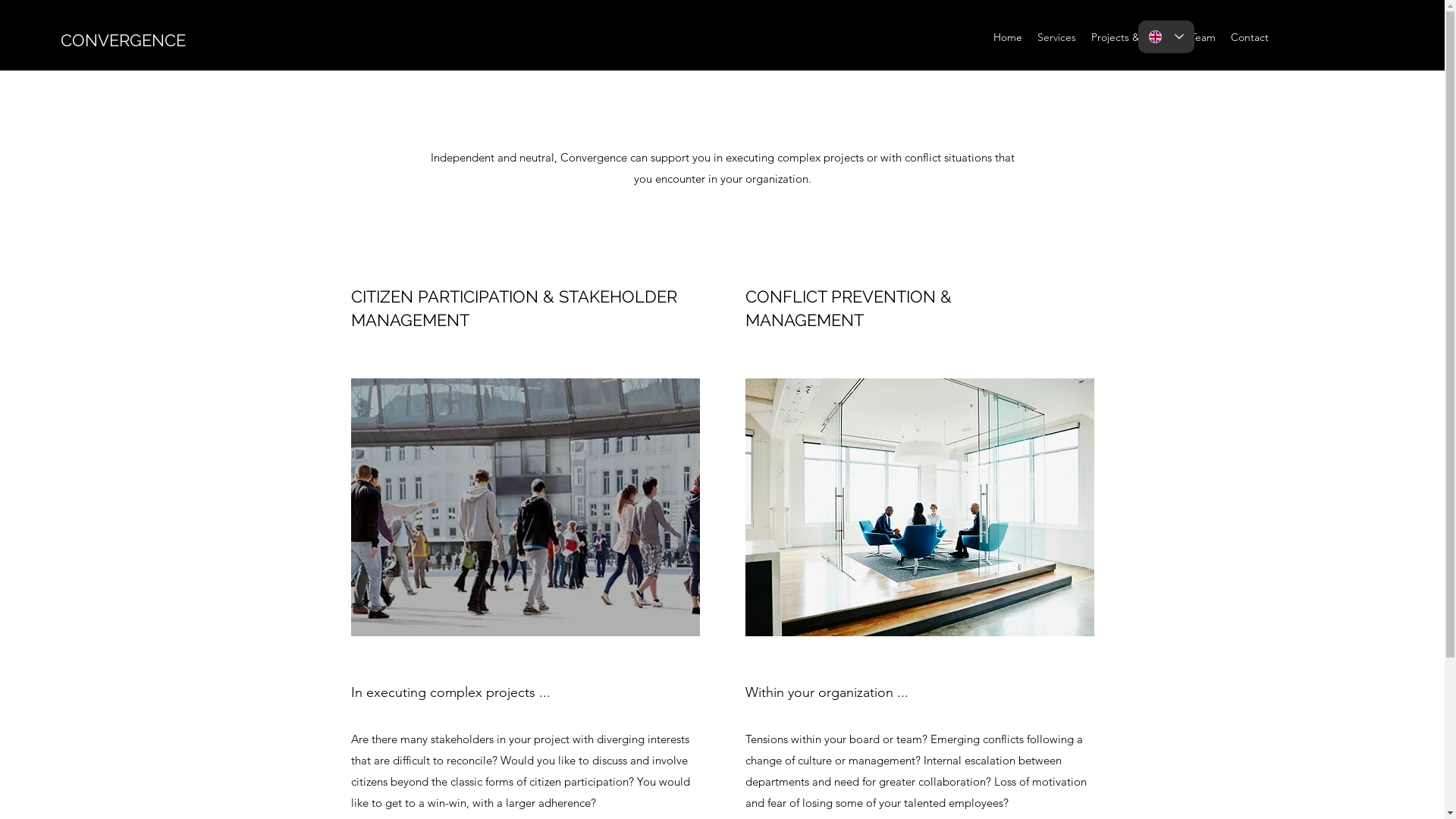 Image resolution: width=1456 pixels, height=819 pixels. Describe the element at coordinates (123, 39) in the screenshot. I see `'CONVERGENCE'` at that location.